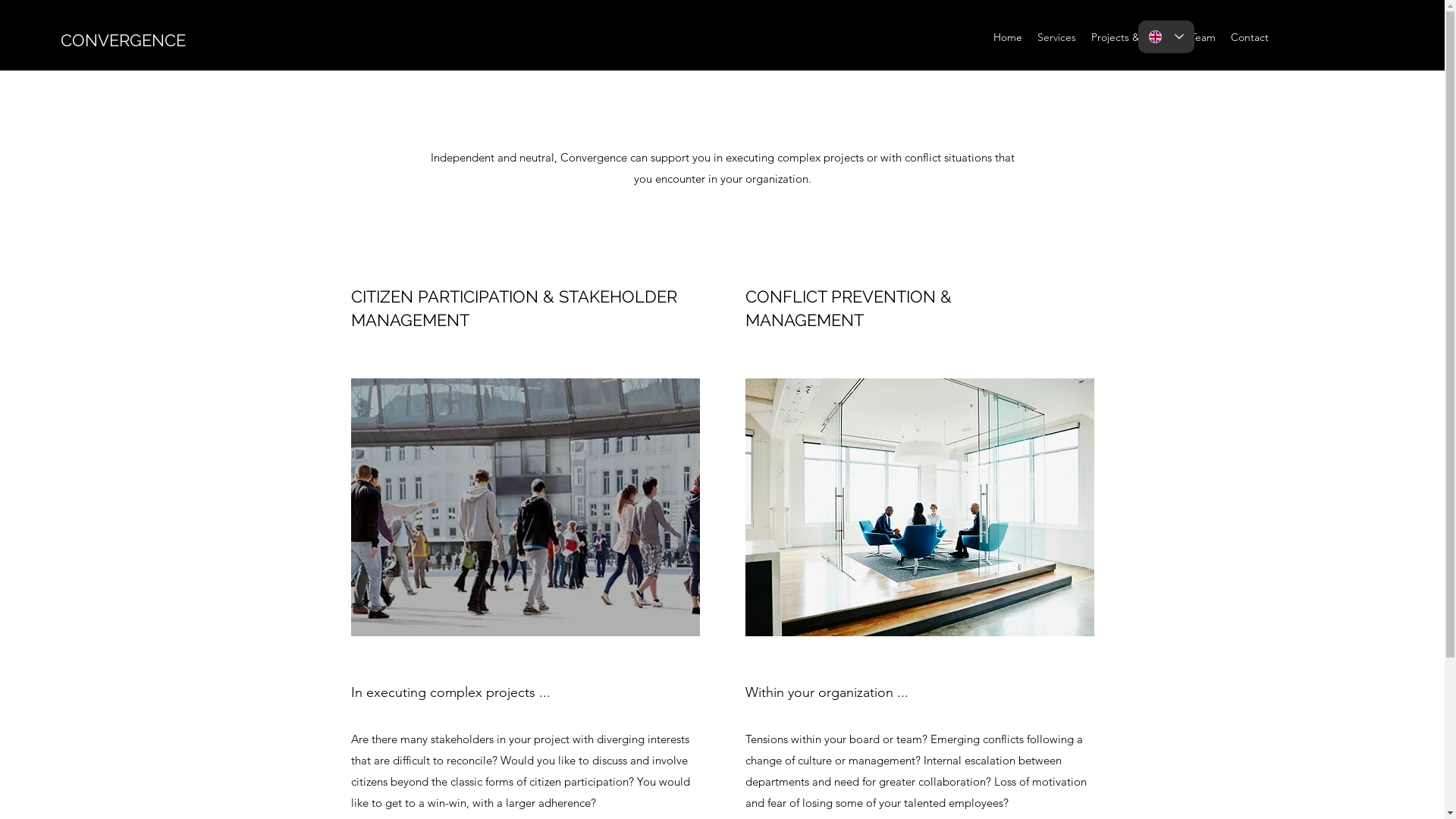 Image resolution: width=1456 pixels, height=819 pixels. Describe the element at coordinates (123, 39) in the screenshot. I see `'CONVERGENCE'` at that location.